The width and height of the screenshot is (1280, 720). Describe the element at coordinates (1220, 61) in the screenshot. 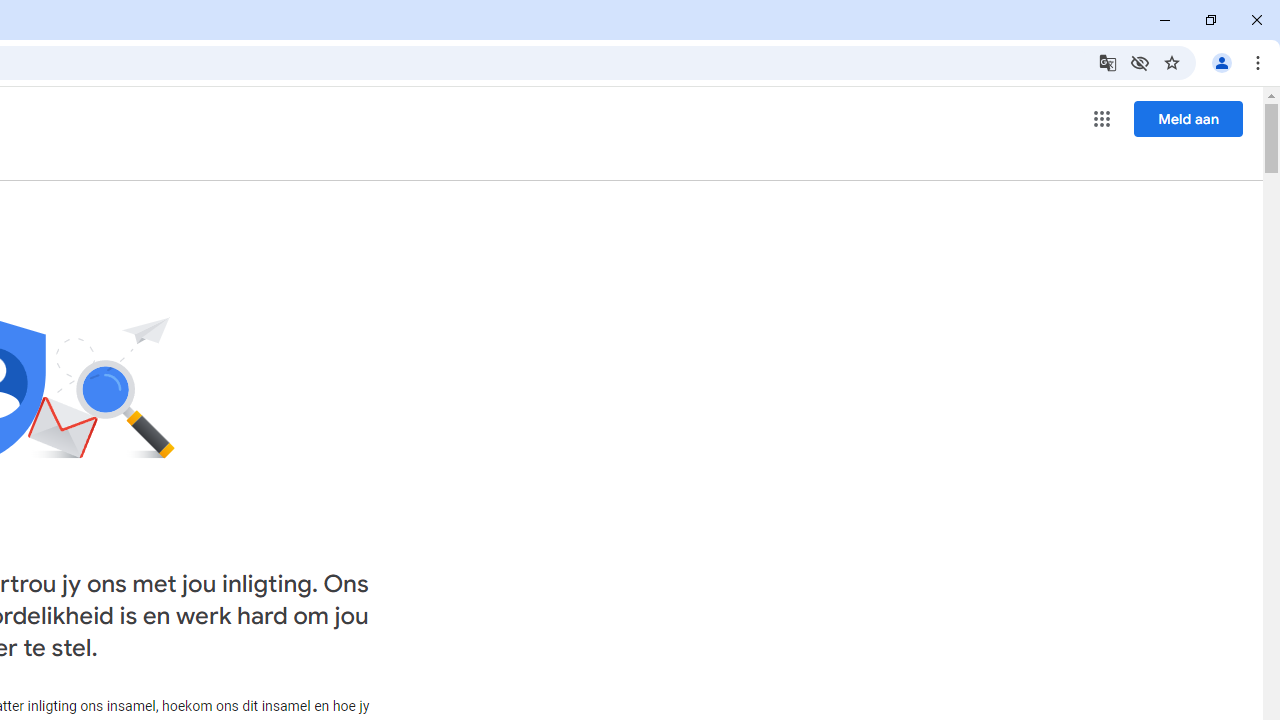

I see `'You'` at that location.